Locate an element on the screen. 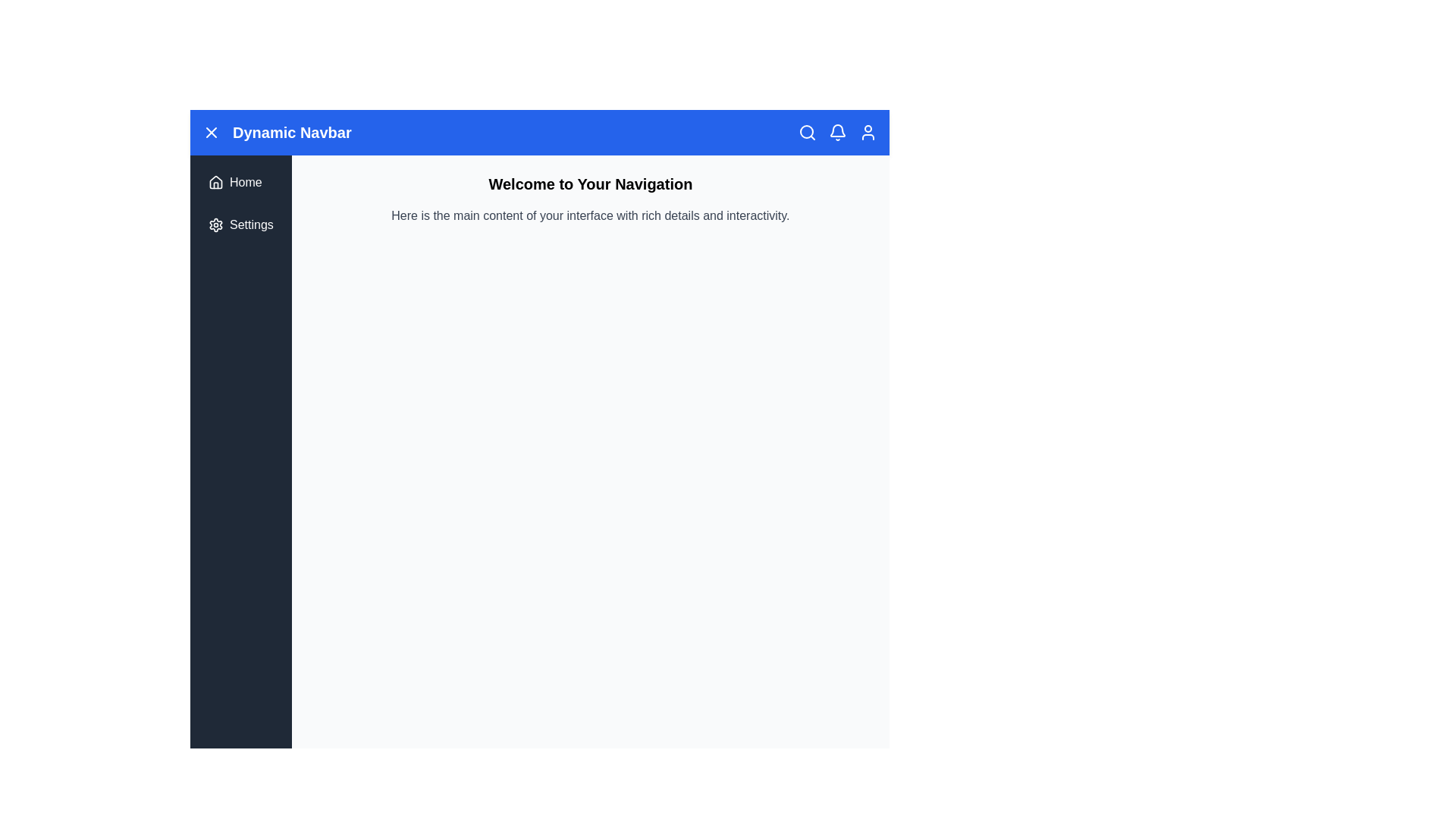  the Text Label located in the blue navigation bar, which serves as a title or label for the navigation context, positioned to the right of the 'X' icon is located at coordinates (277, 131).